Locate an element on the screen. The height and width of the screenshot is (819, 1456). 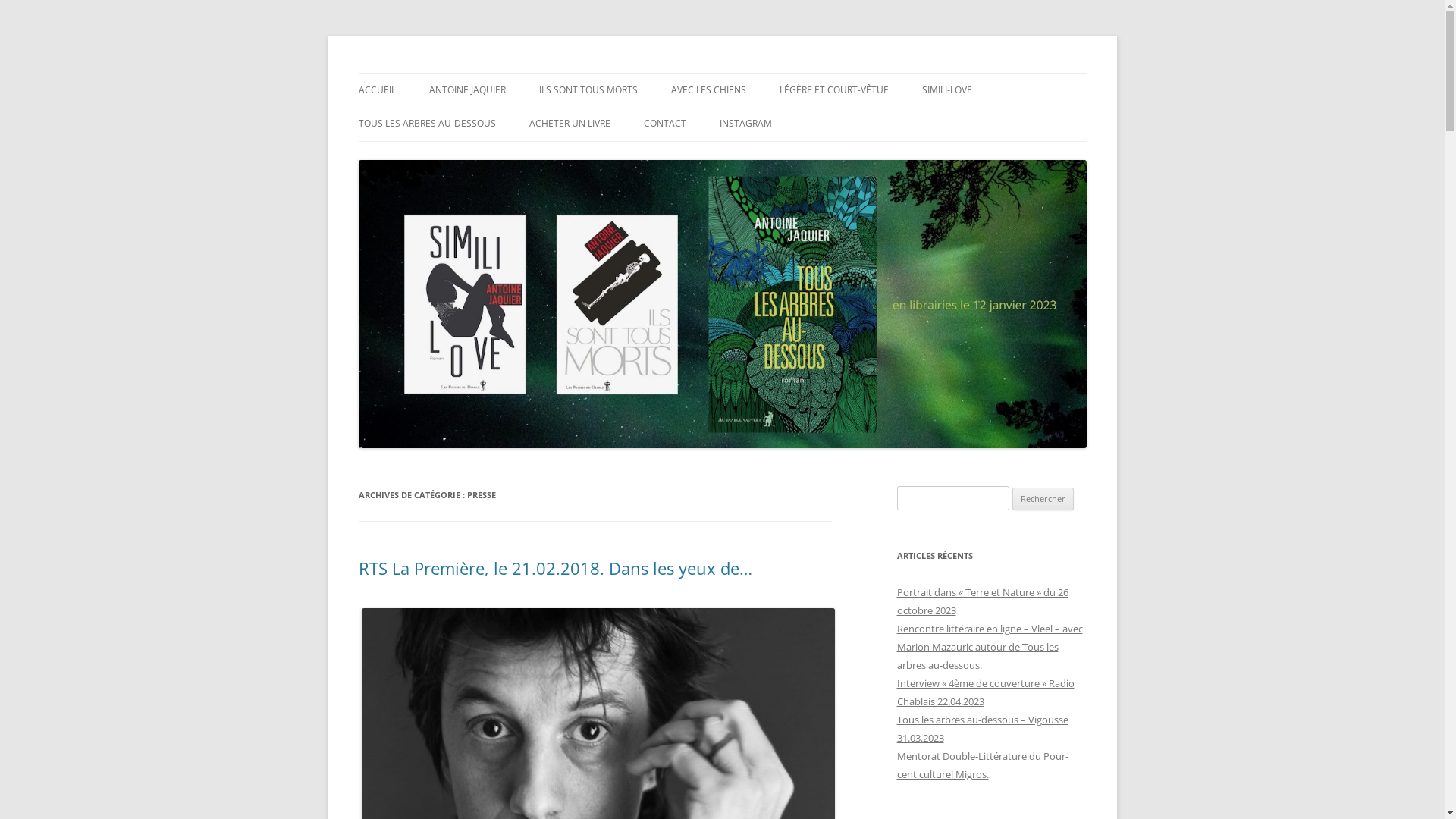
'CONTACT' is located at coordinates (664, 122).